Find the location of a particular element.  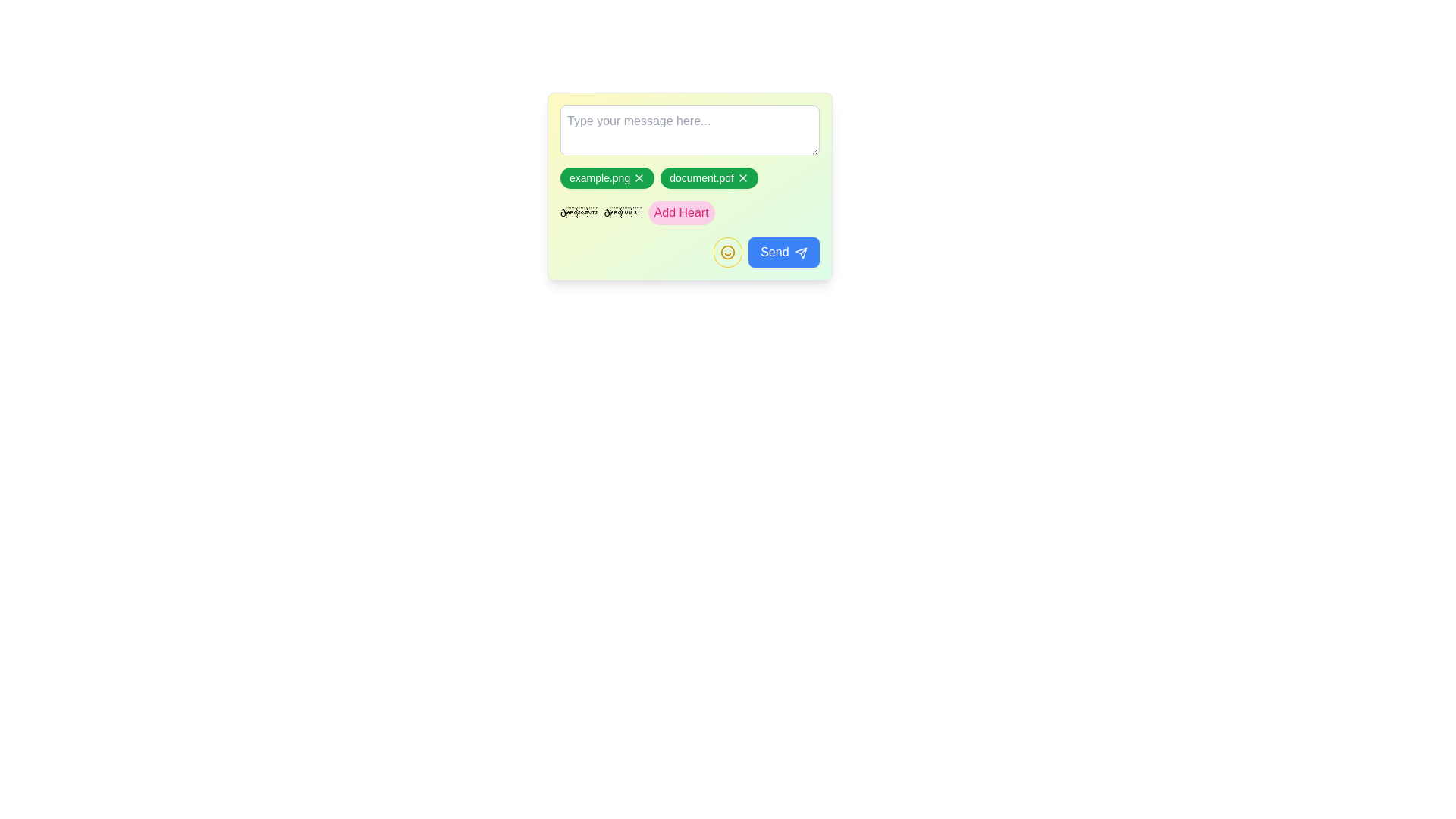

the 'X' icon on the green tag labeled 'document.pdf' is located at coordinates (708, 177).